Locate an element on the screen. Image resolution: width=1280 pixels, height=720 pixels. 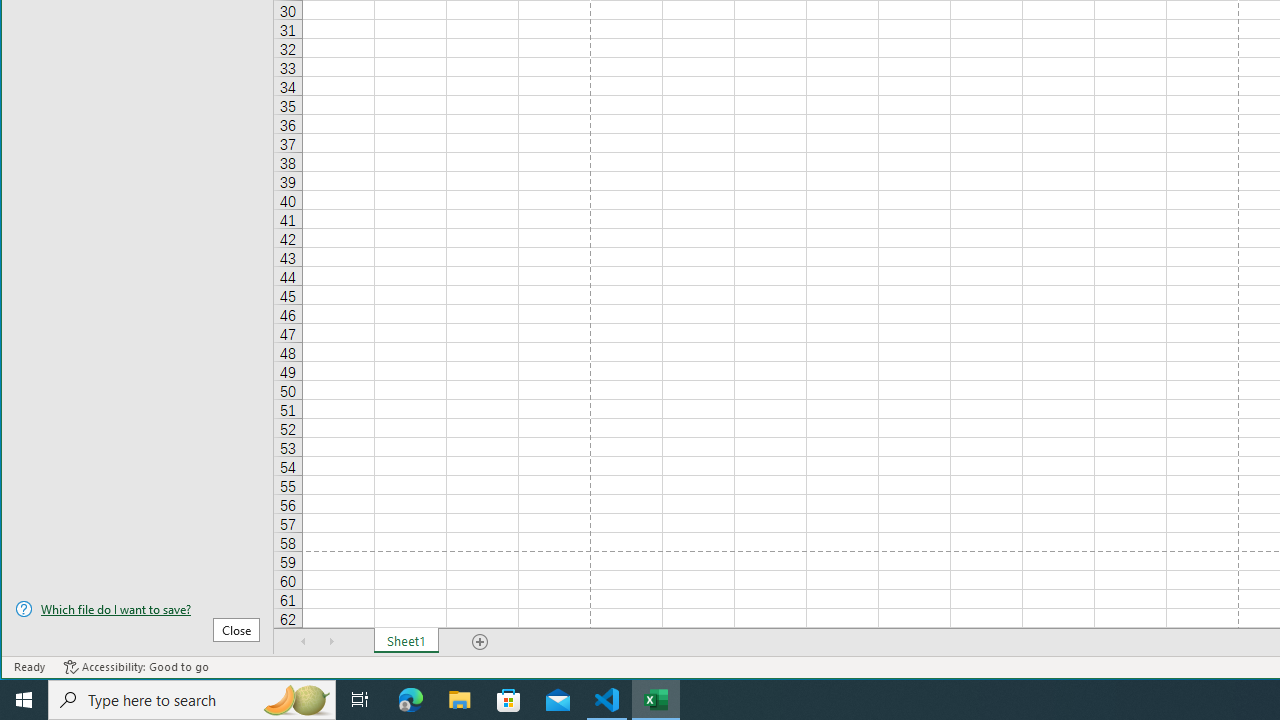
'Excel - 1 running window' is located at coordinates (656, 698).